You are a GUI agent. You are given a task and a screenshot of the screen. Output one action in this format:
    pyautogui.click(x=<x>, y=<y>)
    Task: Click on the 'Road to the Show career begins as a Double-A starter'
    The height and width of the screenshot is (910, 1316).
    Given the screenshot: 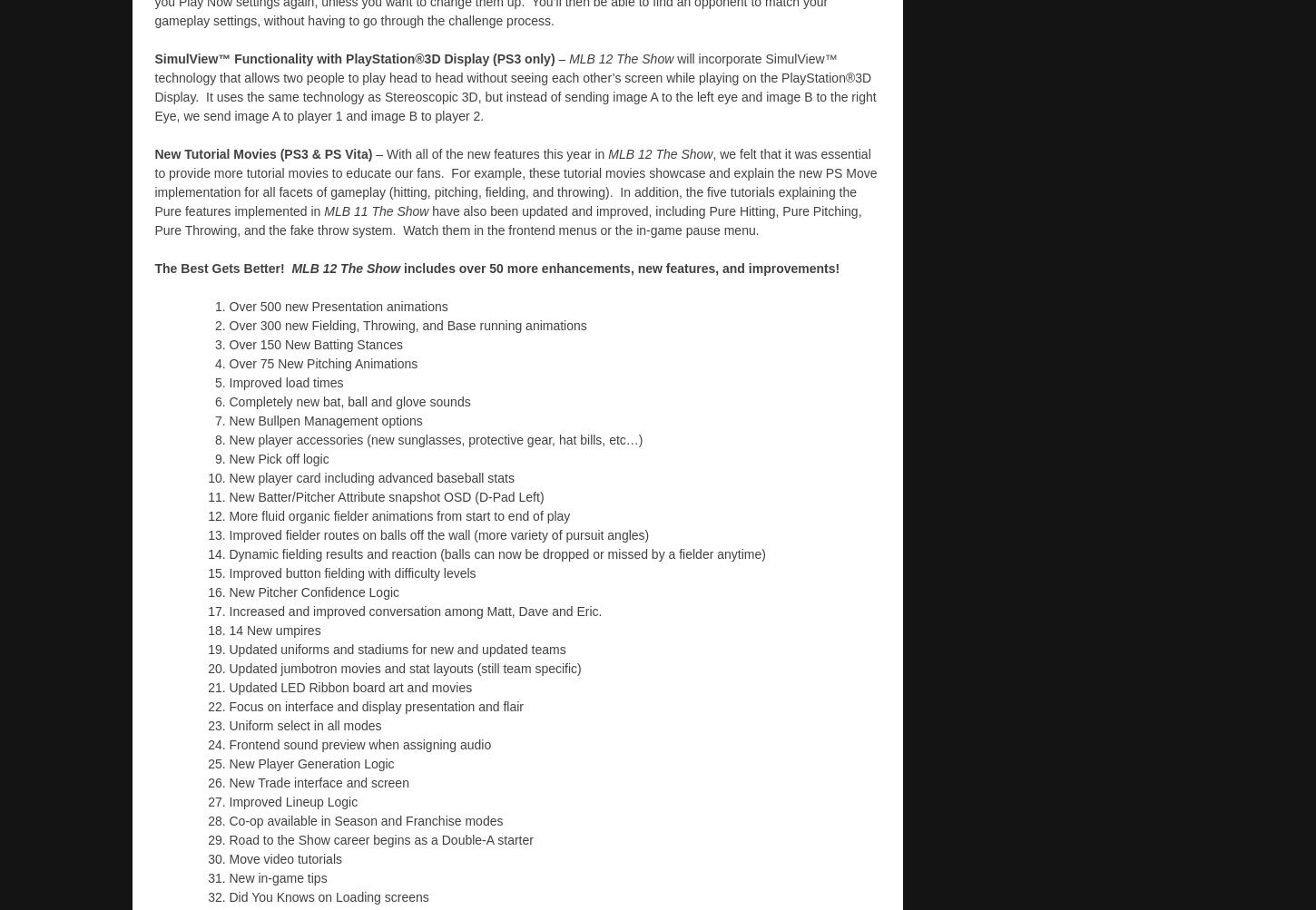 What is the action you would take?
    pyautogui.click(x=379, y=837)
    